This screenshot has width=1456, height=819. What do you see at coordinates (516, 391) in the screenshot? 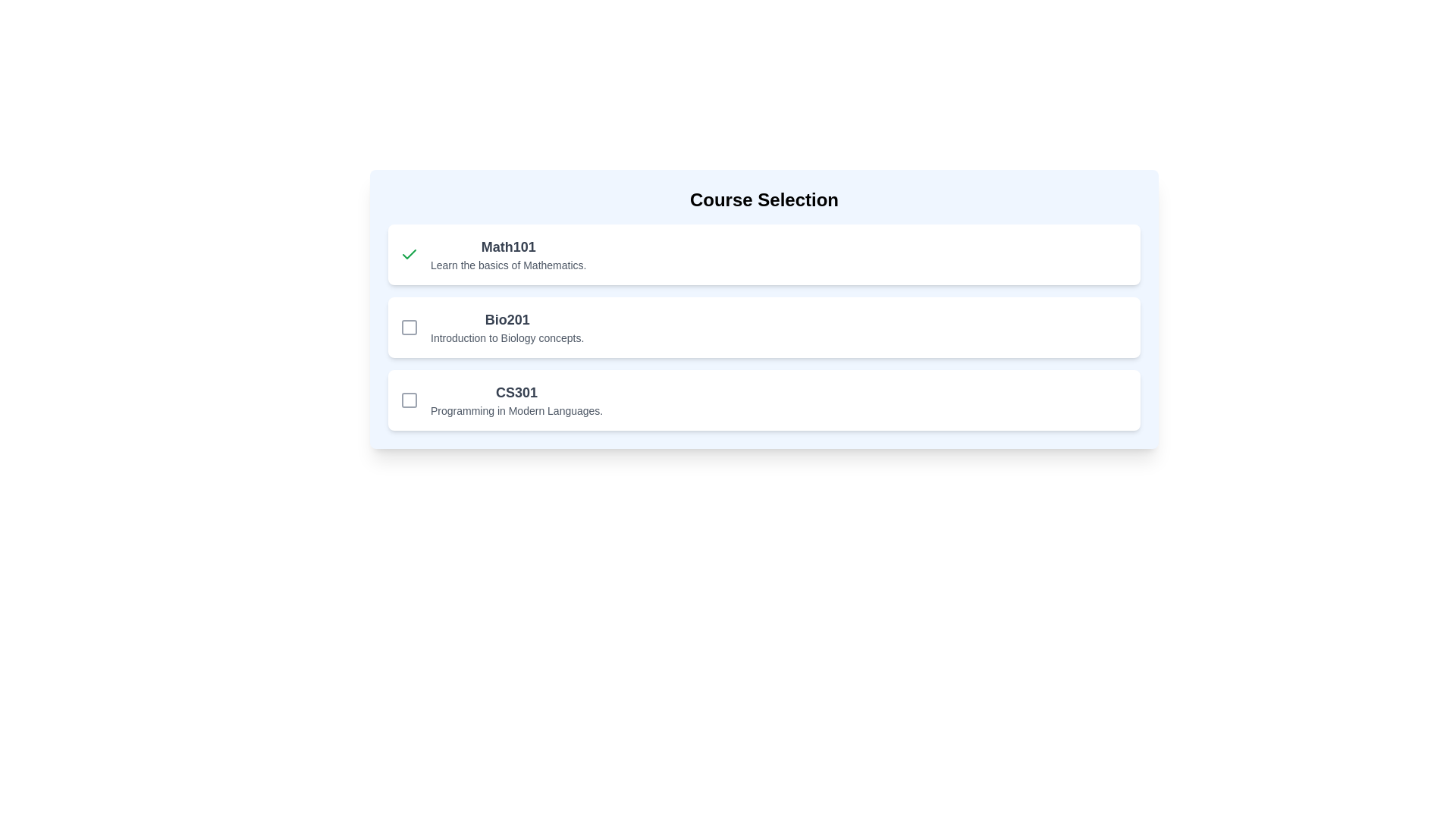
I see `the text label representing the course title 'CS301 Programming in Modern Languages' in the course selection interface` at bounding box center [516, 391].